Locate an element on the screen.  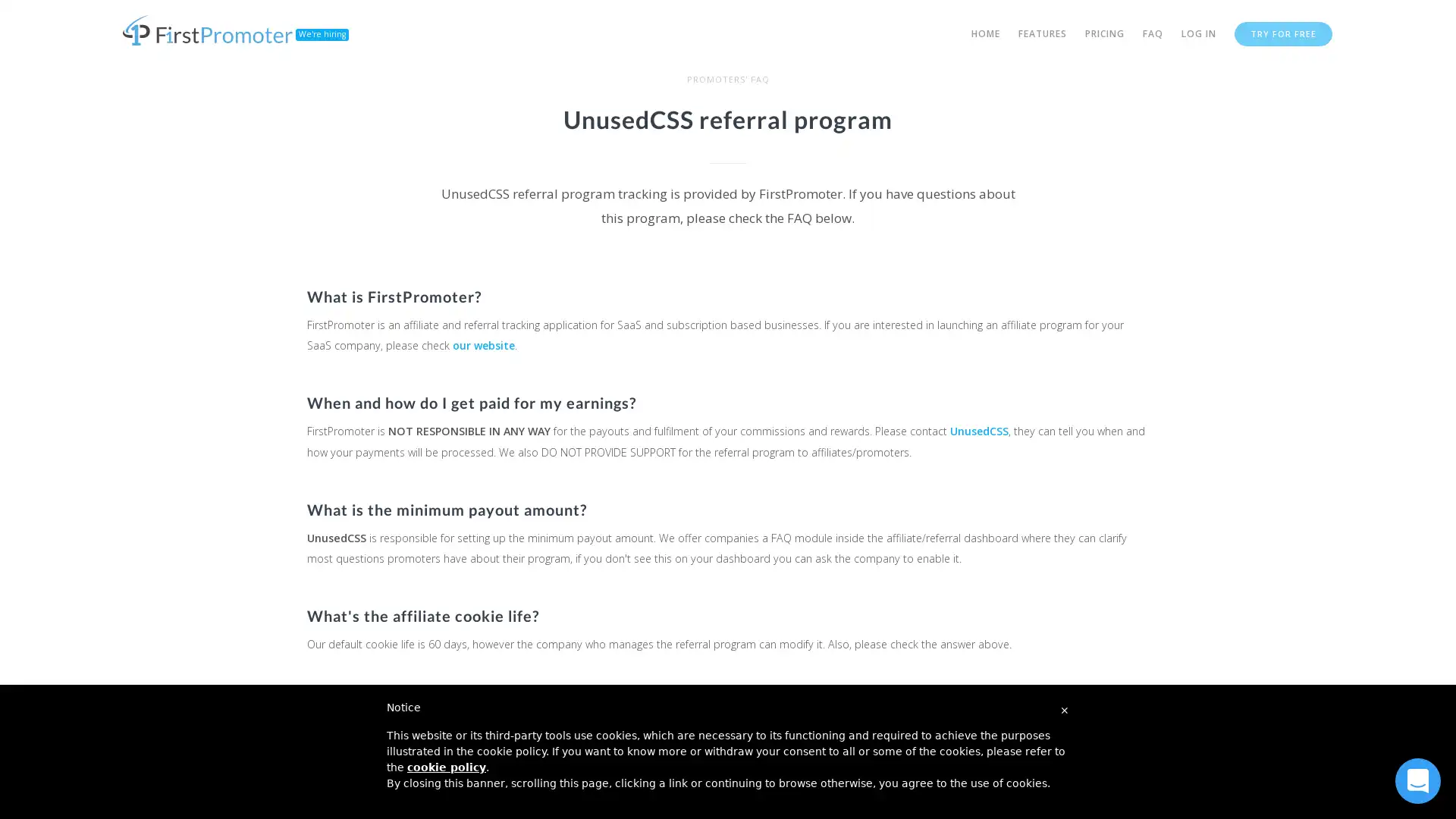
Open Intercom Messenger is located at coordinates (1417, 780).